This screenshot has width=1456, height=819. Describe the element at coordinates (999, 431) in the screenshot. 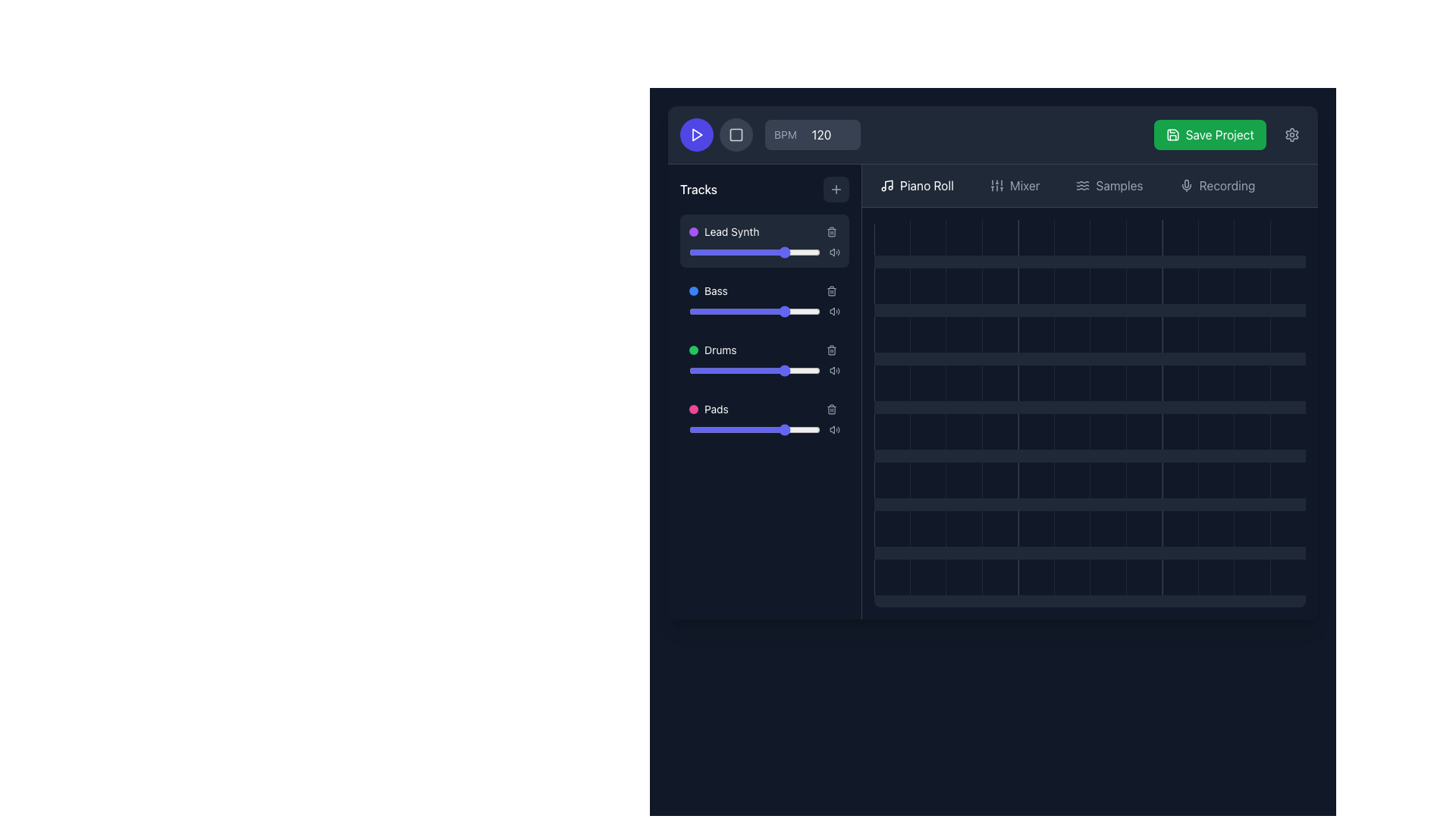

I see `the dark gray square block in the fourth column of the twelfth row in the grid layout` at that location.